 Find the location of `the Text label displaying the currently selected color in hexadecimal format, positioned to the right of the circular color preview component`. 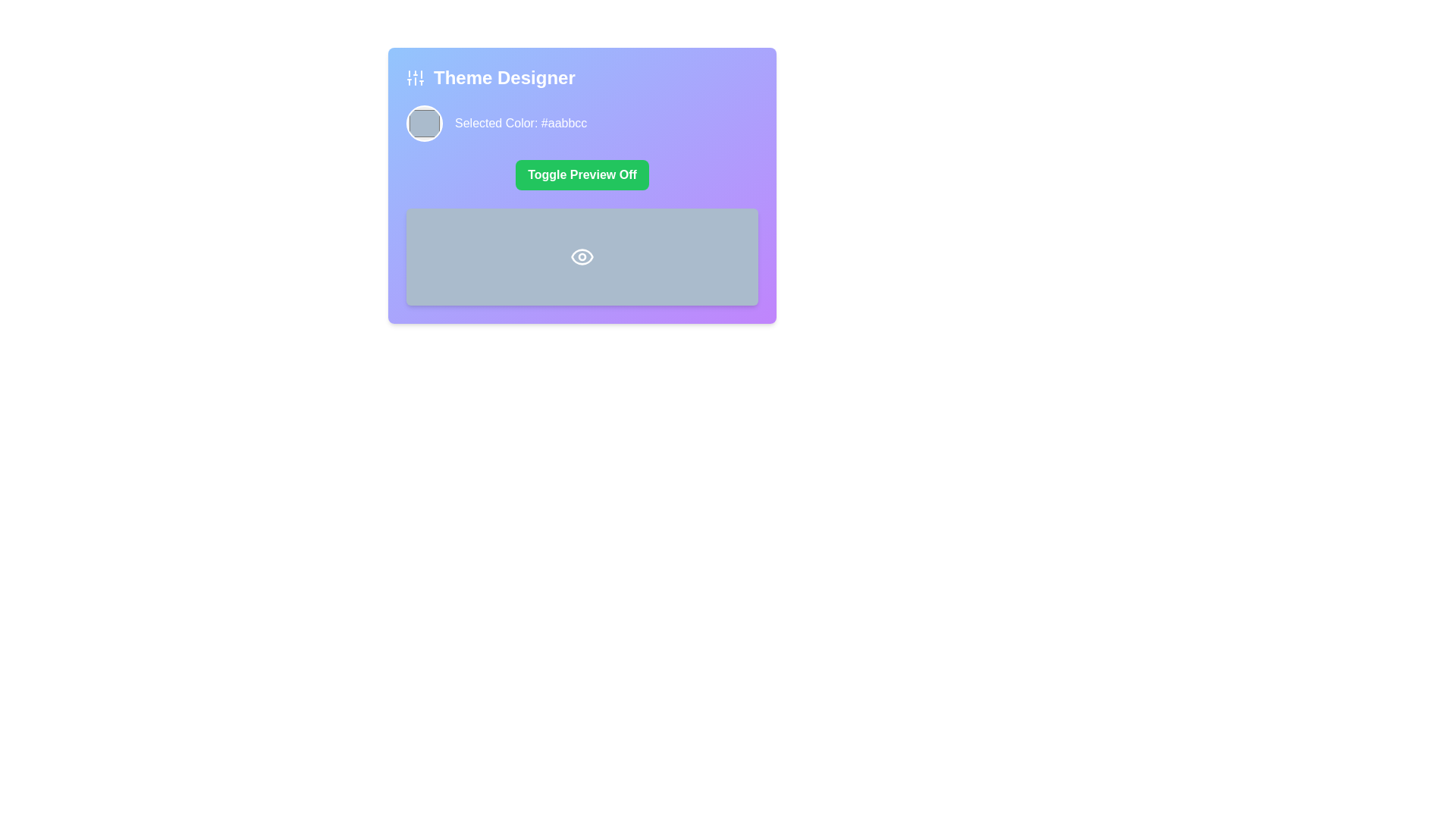

the Text label displaying the currently selected color in hexadecimal format, positioned to the right of the circular color preview component is located at coordinates (521, 122).